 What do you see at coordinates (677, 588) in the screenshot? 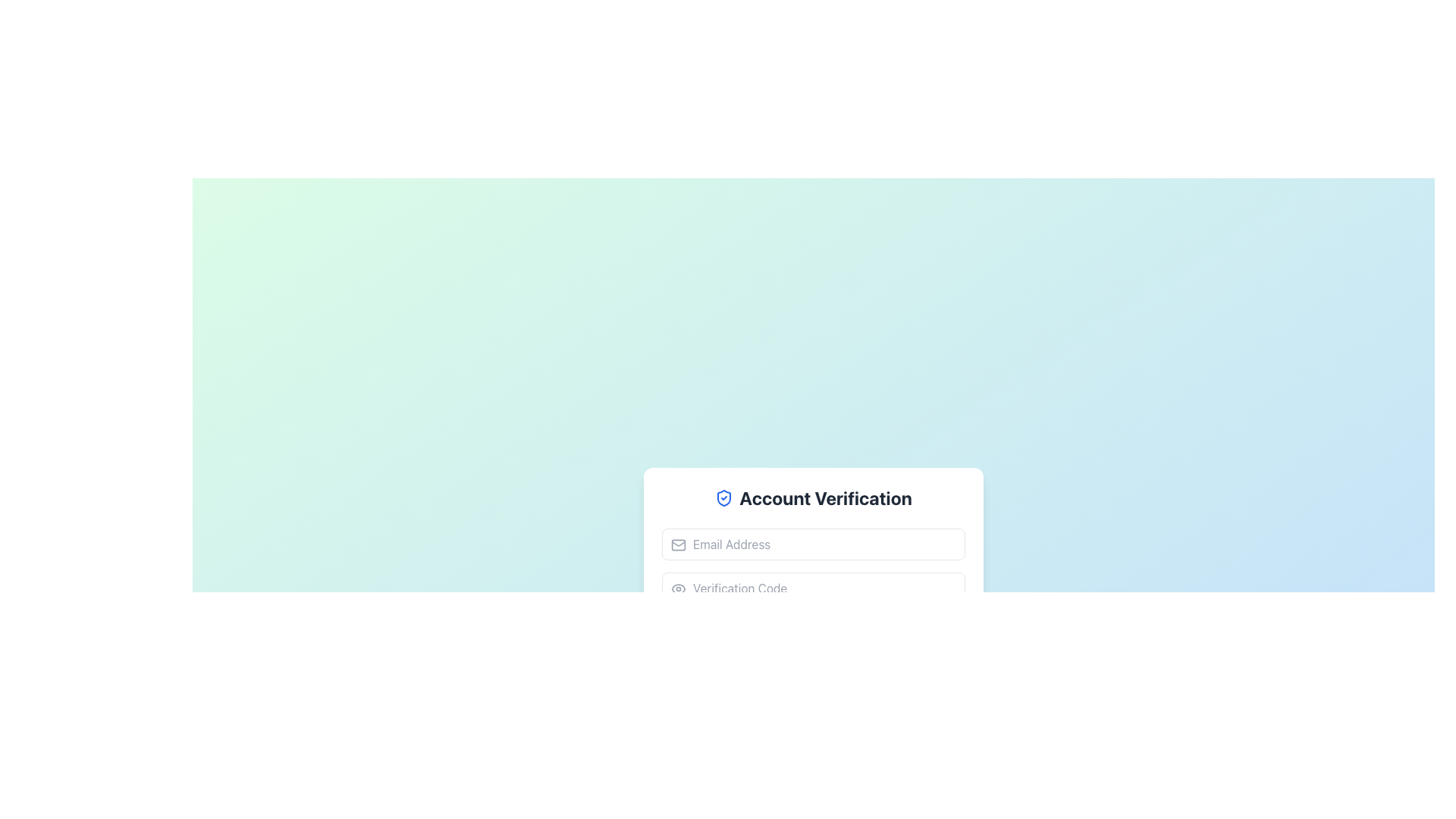
I see `the small eye icon button within the verification code input area` at bounding box center [677, 588].